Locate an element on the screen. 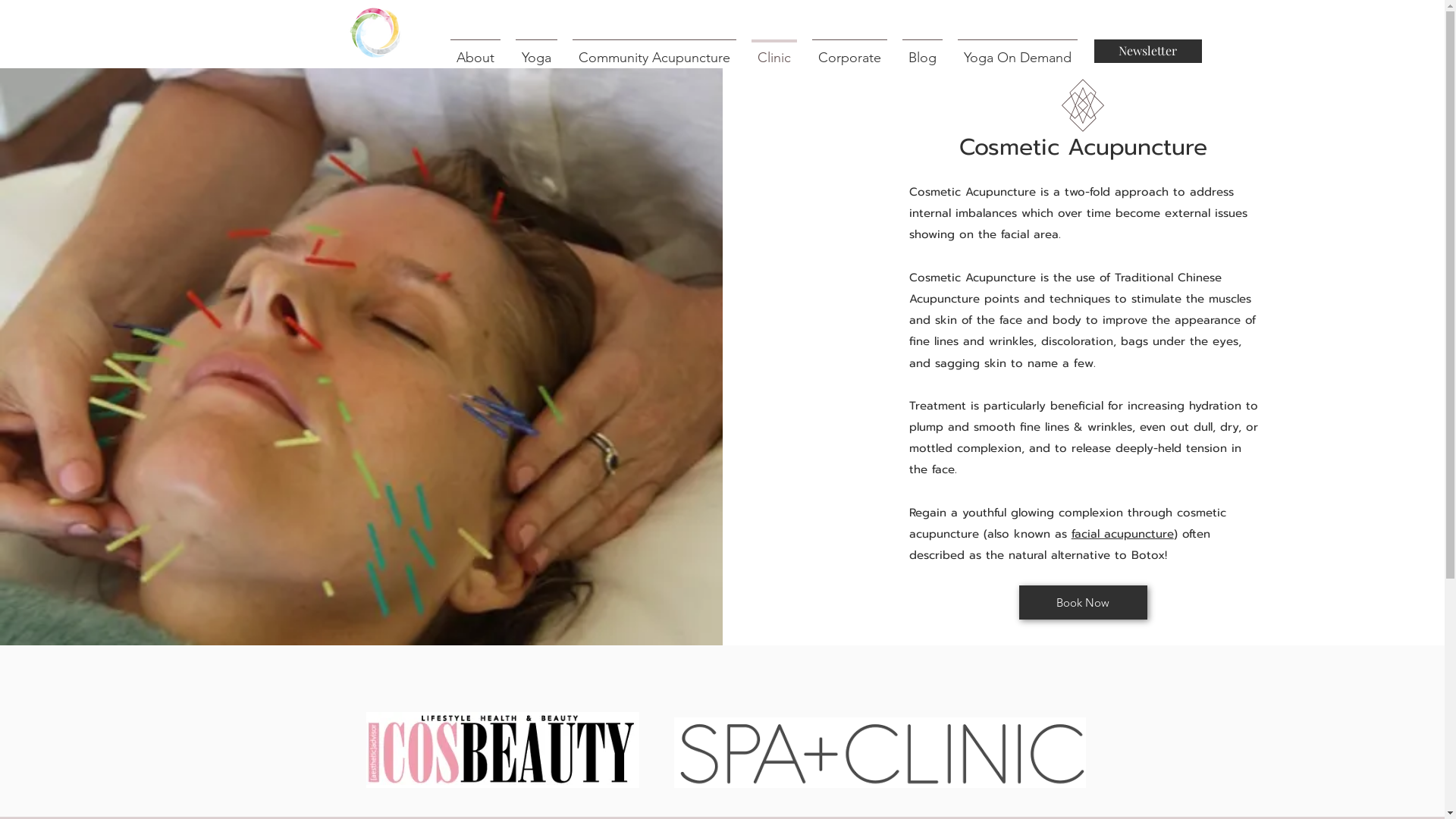 The image size is (1456, 819). 'download.png' is located at coordinates (879, 752).